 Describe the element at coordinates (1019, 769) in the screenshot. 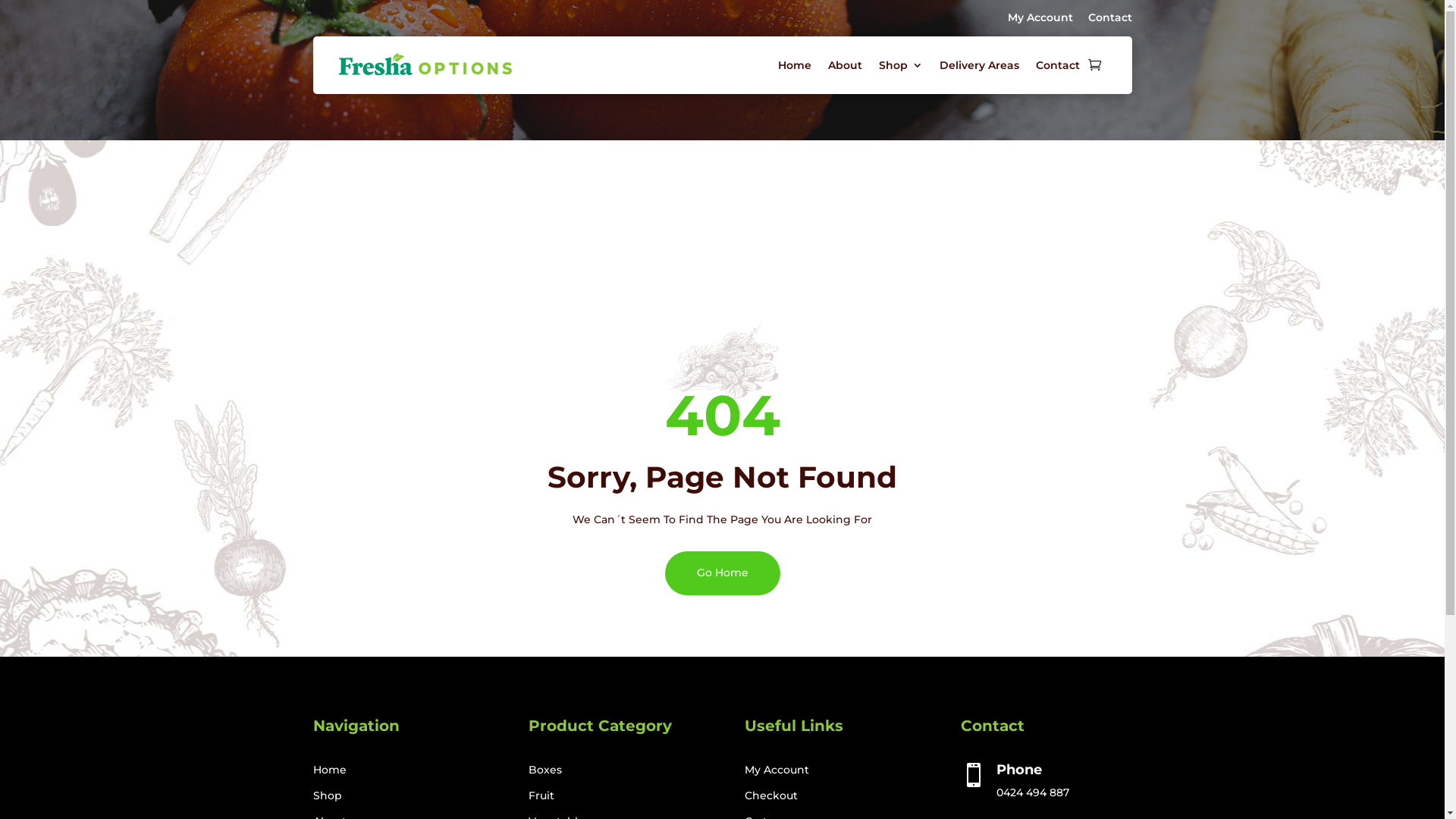

I see `'Phone'` at that location.